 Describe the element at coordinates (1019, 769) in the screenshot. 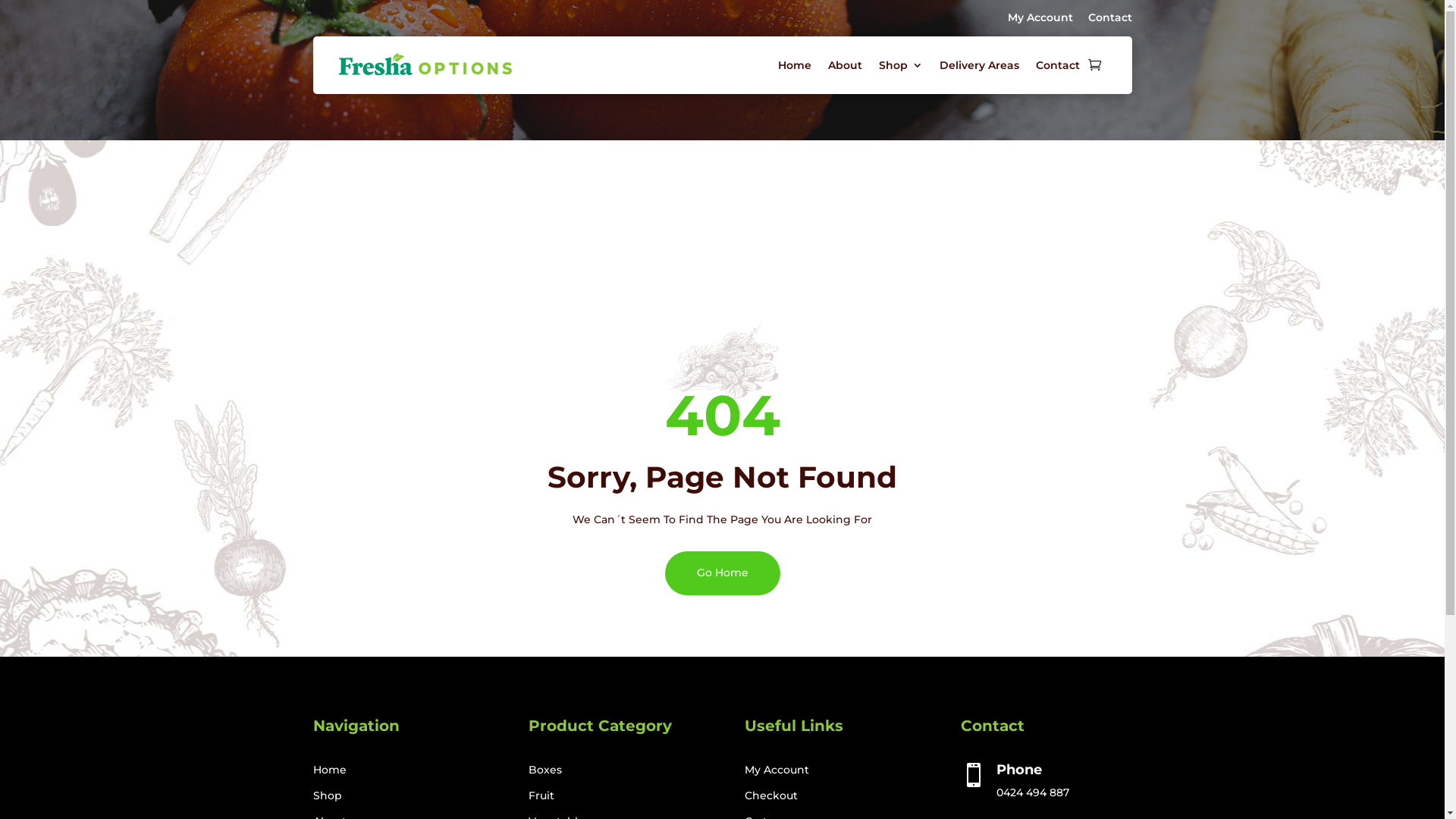

I see `'Phone'` at that location.